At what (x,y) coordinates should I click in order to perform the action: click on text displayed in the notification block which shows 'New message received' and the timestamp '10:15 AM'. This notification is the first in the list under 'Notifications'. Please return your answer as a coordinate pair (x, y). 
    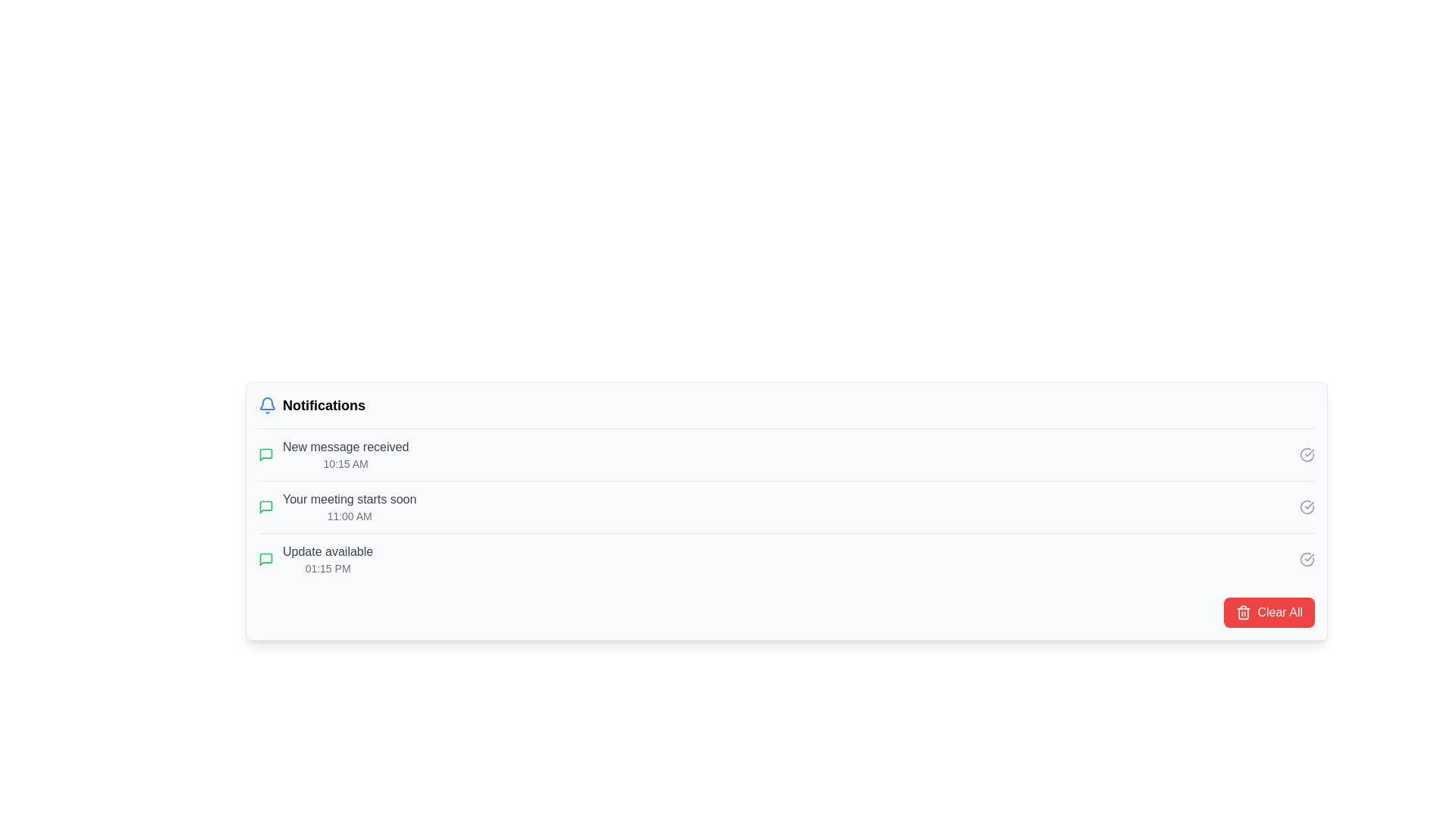
    Looking at the image, I should click on (345, 454).